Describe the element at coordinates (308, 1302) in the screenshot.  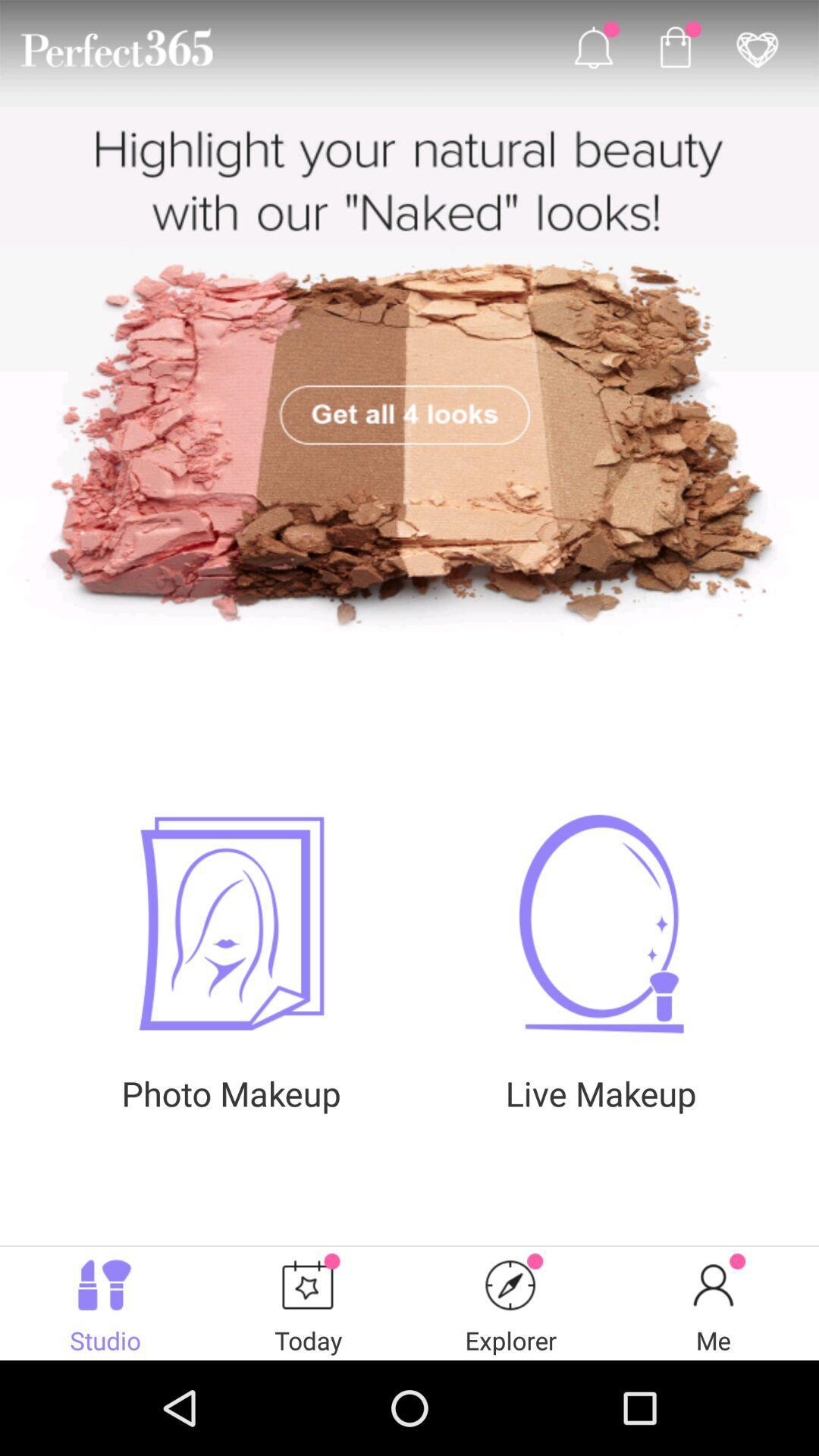
I see `the button which is next to the studio` at that location.